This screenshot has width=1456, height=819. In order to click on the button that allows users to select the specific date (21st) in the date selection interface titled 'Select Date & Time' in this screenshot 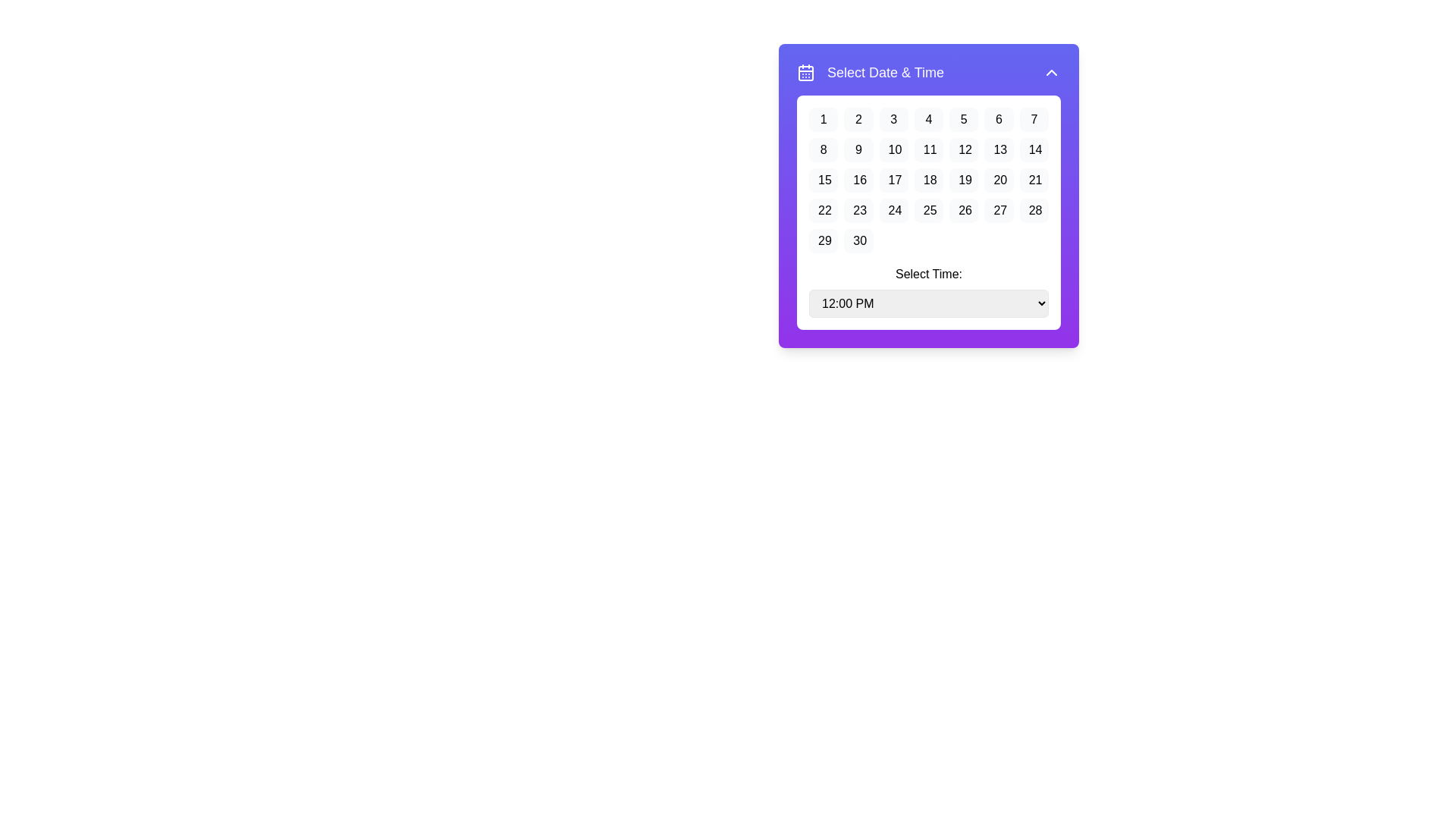, I will do `click(1033, 180)`.